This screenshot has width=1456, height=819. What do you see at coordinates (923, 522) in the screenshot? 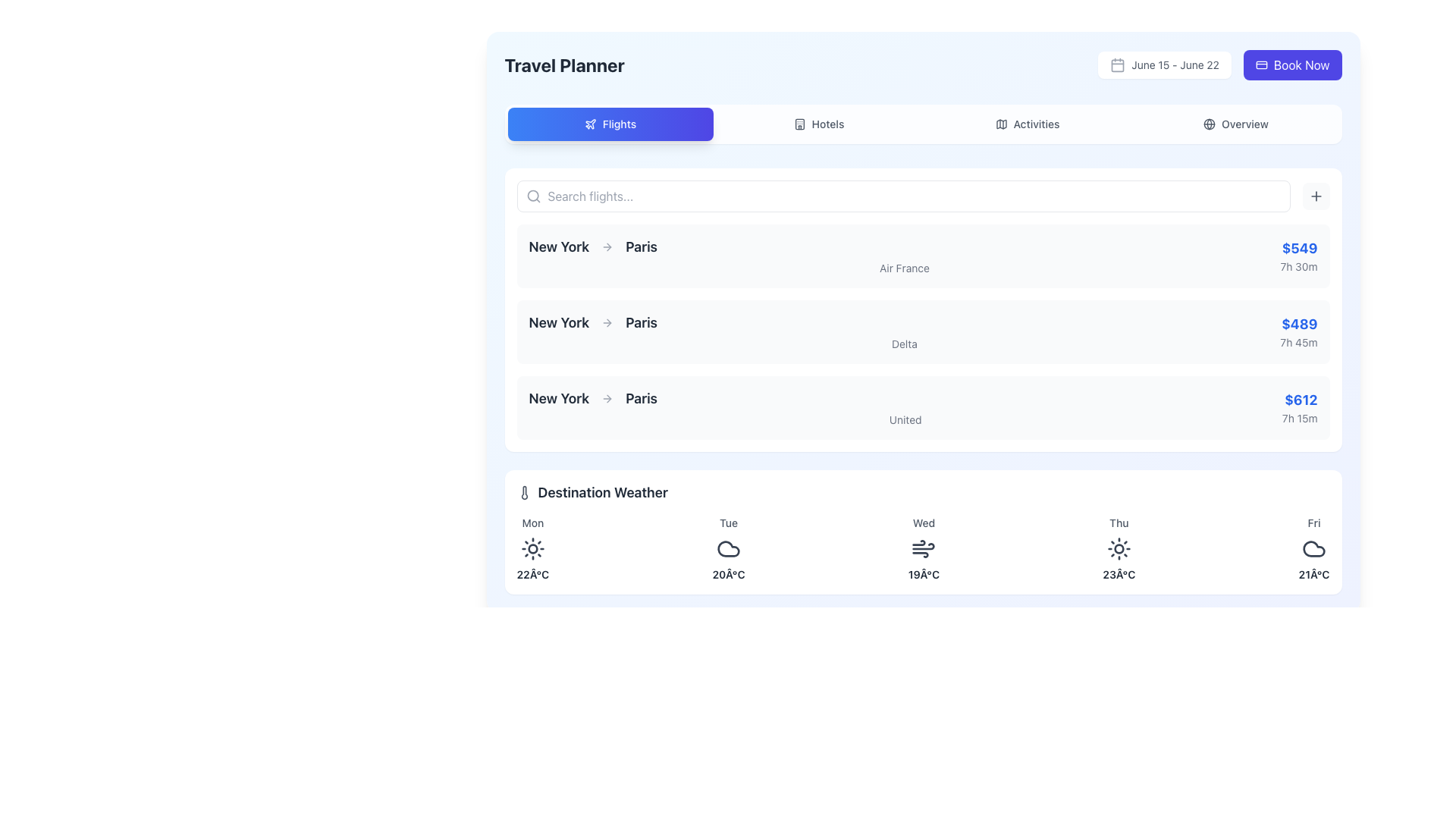
I see `the text label displaying 'Wed', located in the center column of the weekly weather forecast section beneath the title 'Destination Weather'` at bounding box center [923, 522].